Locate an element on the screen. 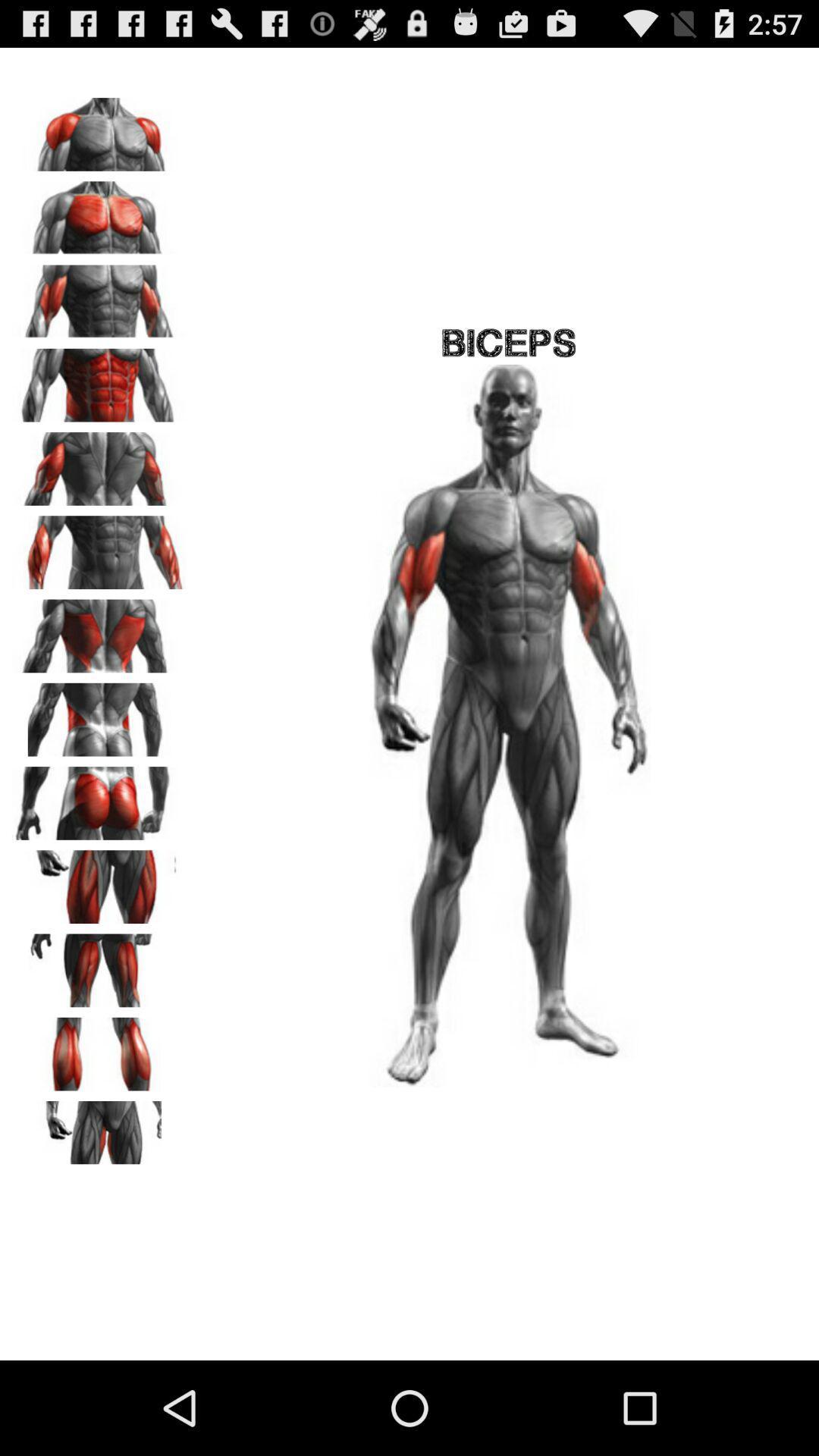  advice on how to workout muscles in buttocks is located at coordinates (99, 797).